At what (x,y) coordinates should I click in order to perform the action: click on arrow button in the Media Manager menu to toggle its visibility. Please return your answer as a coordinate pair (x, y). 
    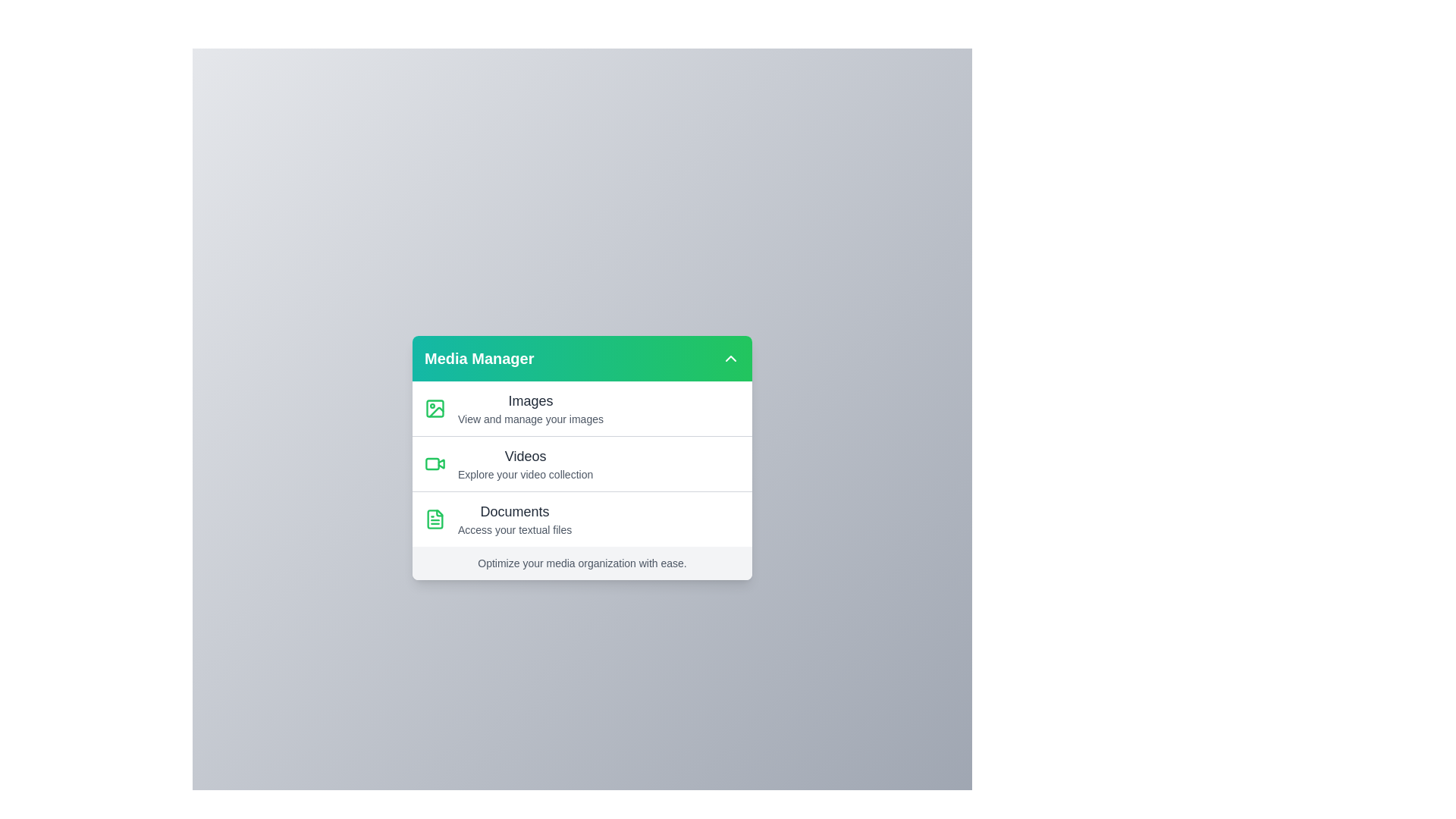
    Looking at the image, I should click on (731, 359).